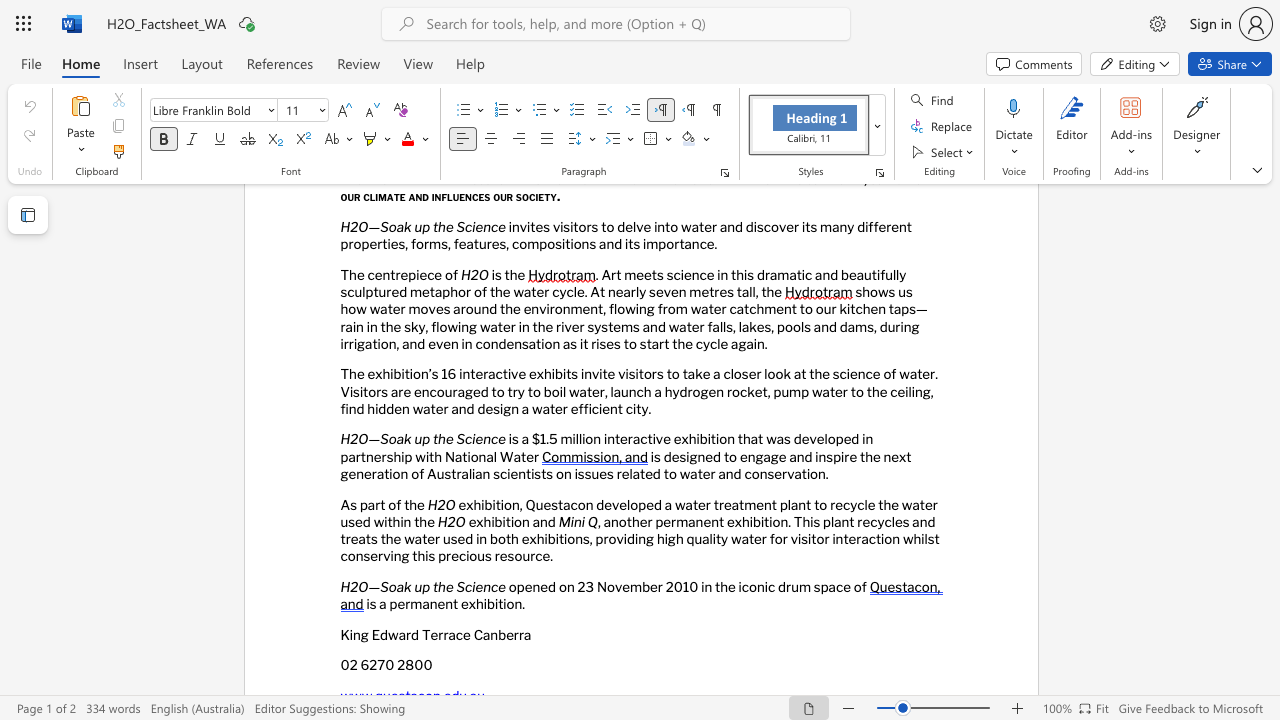 Image resolution: width=1280 pixels, height=720 pixels. What do you see at coordinates (890, 503) in the screenshot?
I see `the subset text "e water used within th" within the text "exhibition, Questacon developed a water treatment plant to recycle the water used within the"` at bounding box center [890, 503].